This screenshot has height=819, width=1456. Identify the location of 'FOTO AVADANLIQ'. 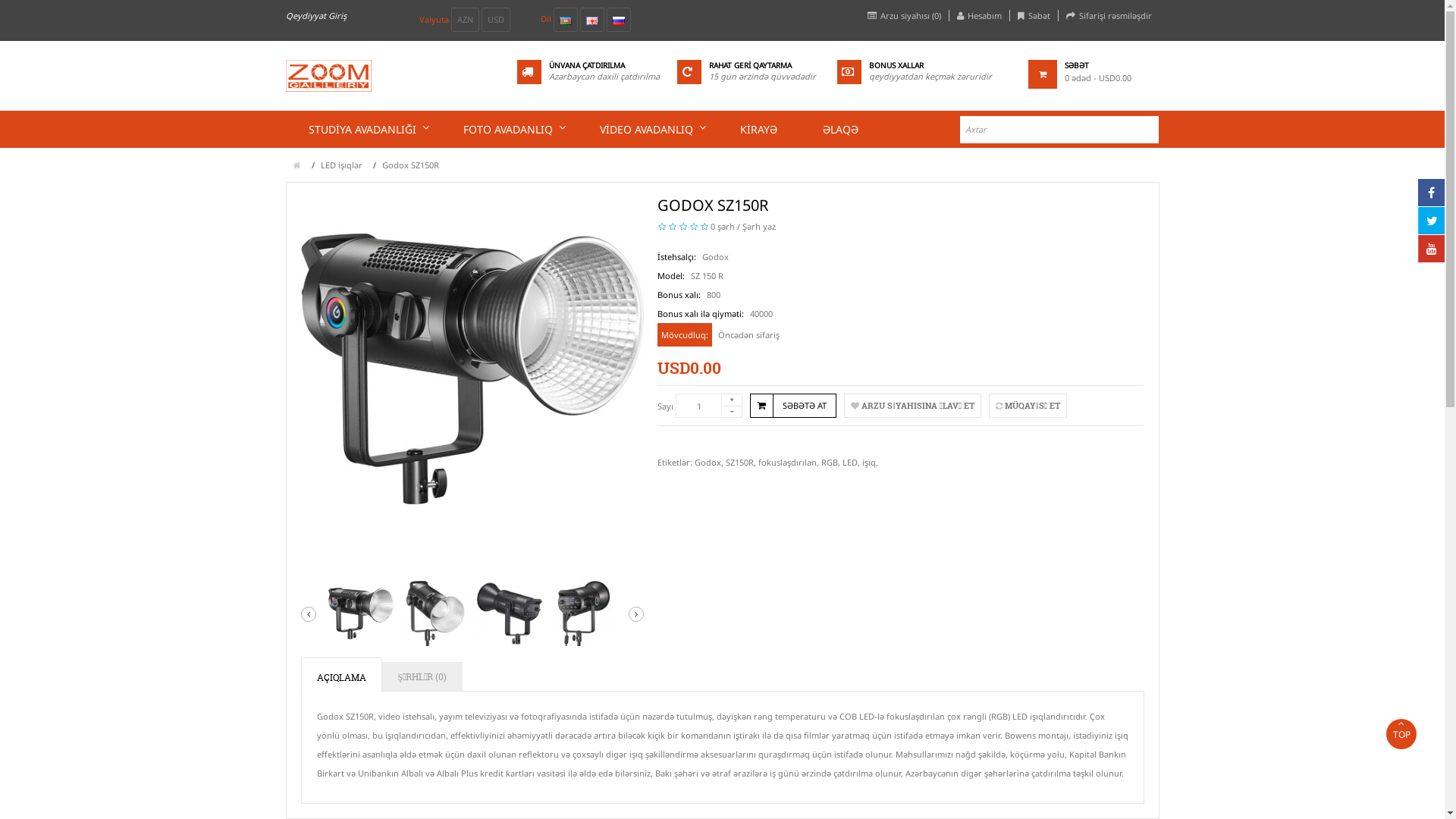
(508, 128).